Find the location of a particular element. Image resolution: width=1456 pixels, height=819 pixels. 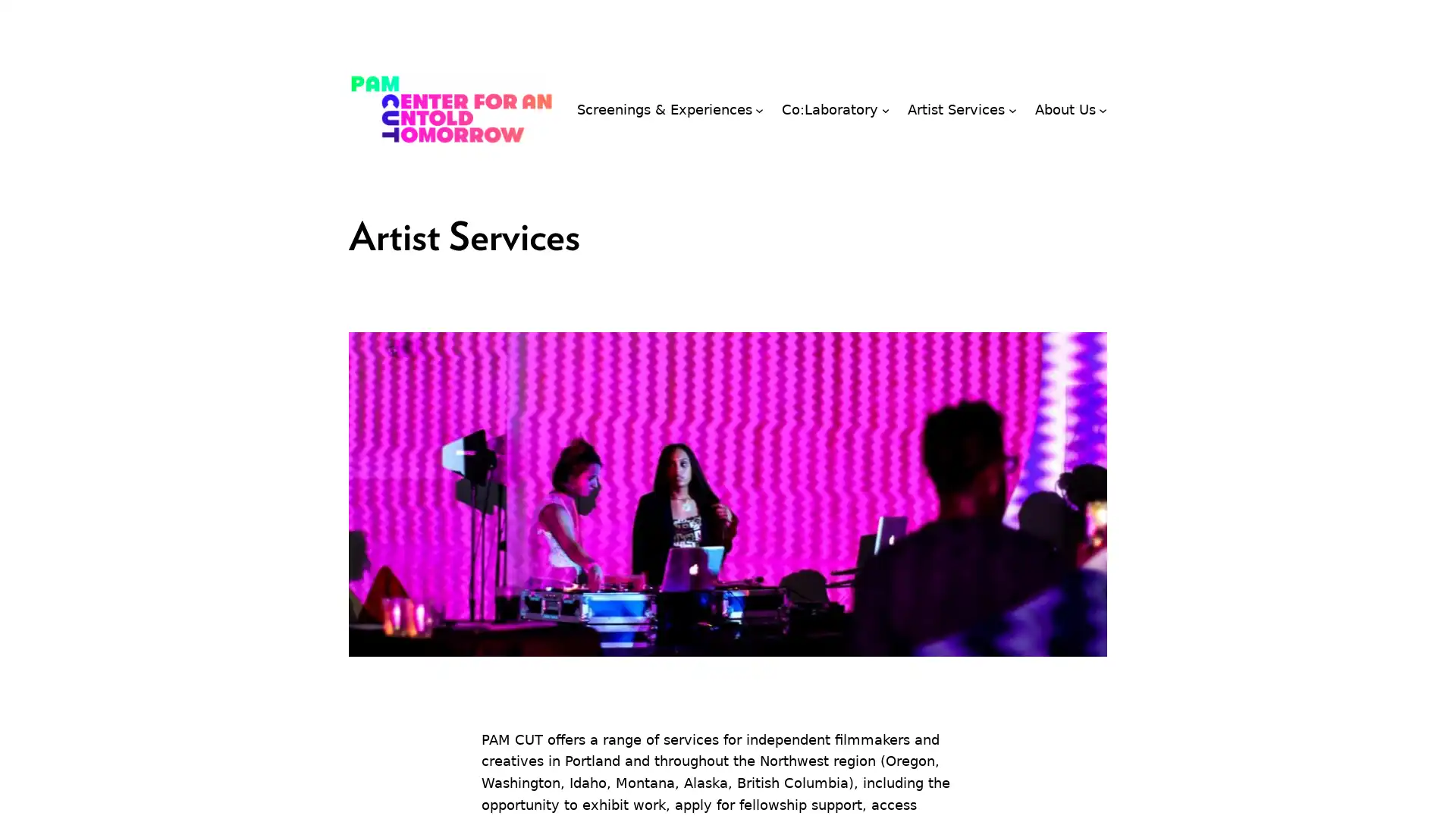

Co:Laboratory submenu is located at coordinates (885, 108).